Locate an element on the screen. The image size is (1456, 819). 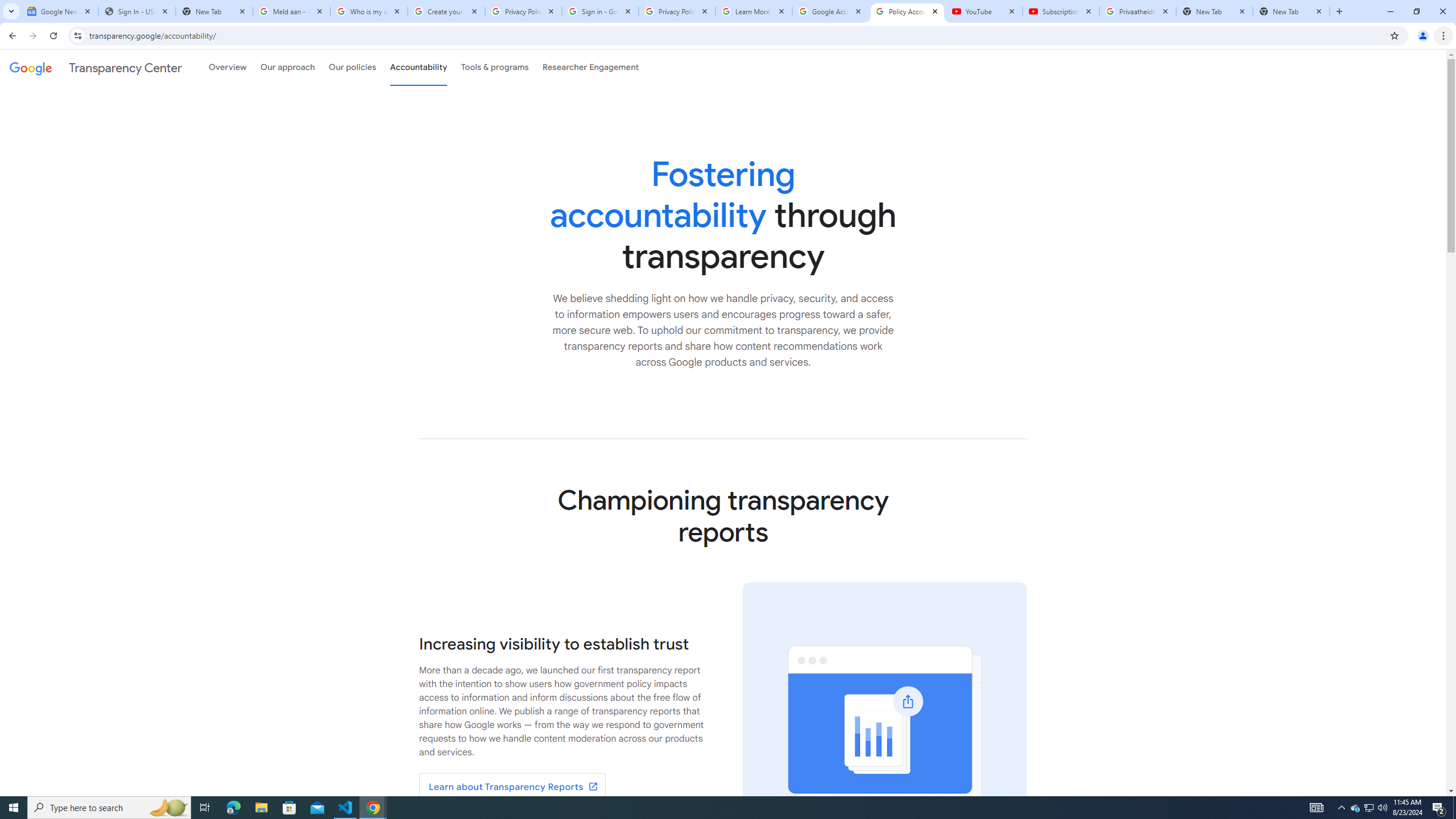
'Who is my administrator? - Google Account Help' is located at coordinates (369, 11).